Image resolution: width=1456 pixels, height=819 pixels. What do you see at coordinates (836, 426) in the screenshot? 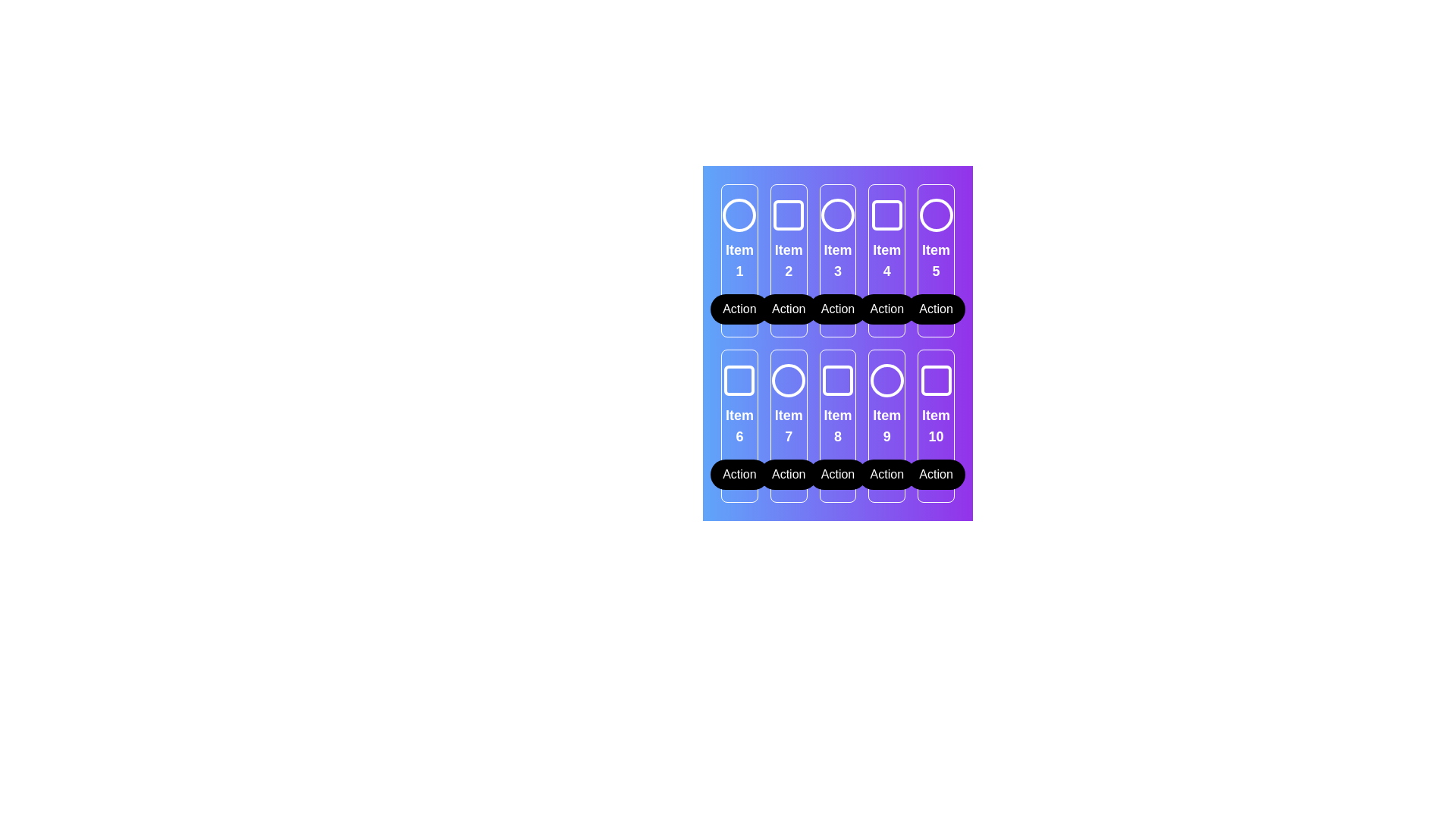
I see `the Text Label displaying 'Item 8', which is styled in bold and larger font, positioned above the 'Action' button in a grid layout` at bounding box center [836, 426].